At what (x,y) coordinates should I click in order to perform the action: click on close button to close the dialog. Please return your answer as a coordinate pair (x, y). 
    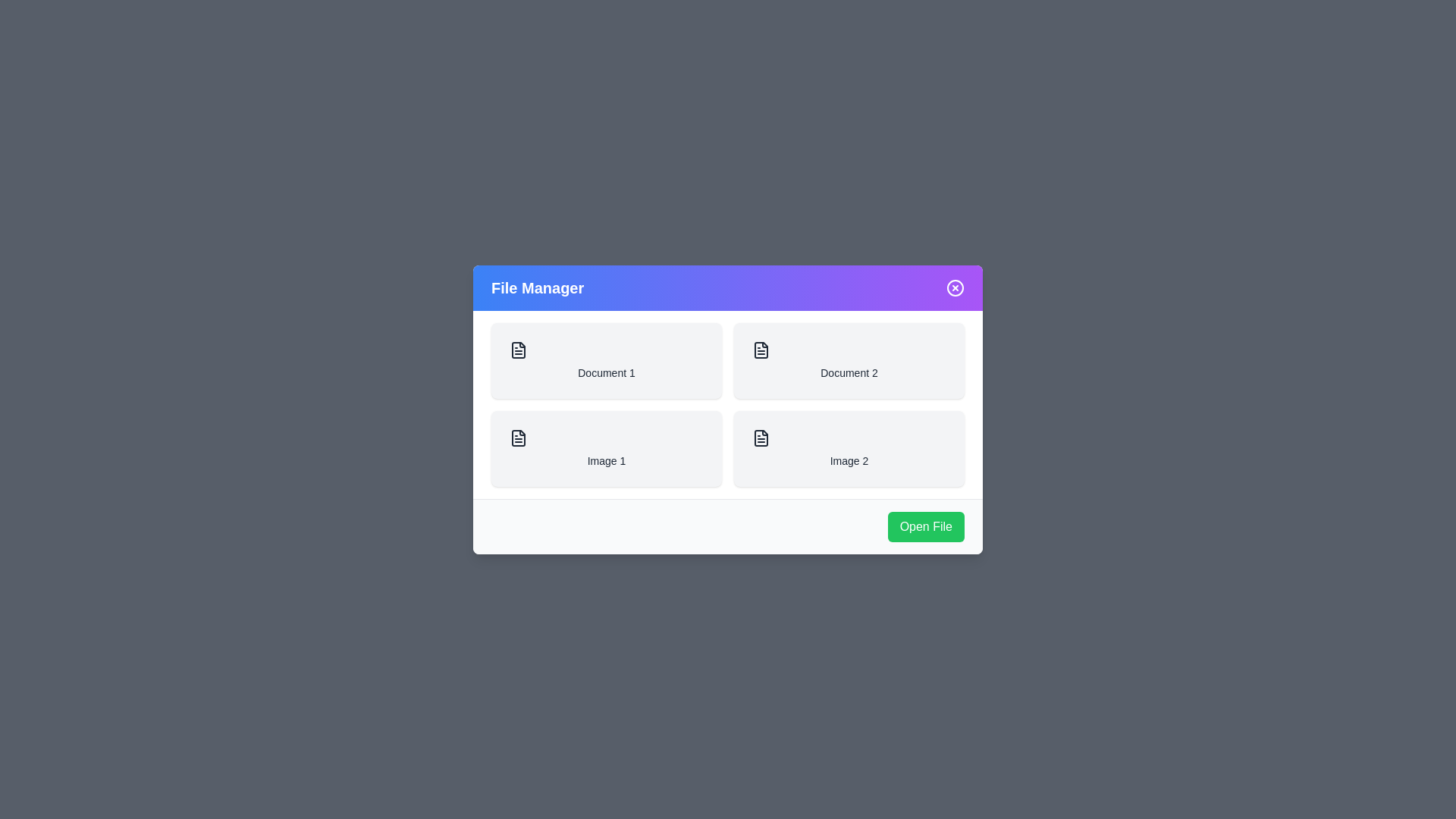
    Looking at the image, I should click on (954, 287).